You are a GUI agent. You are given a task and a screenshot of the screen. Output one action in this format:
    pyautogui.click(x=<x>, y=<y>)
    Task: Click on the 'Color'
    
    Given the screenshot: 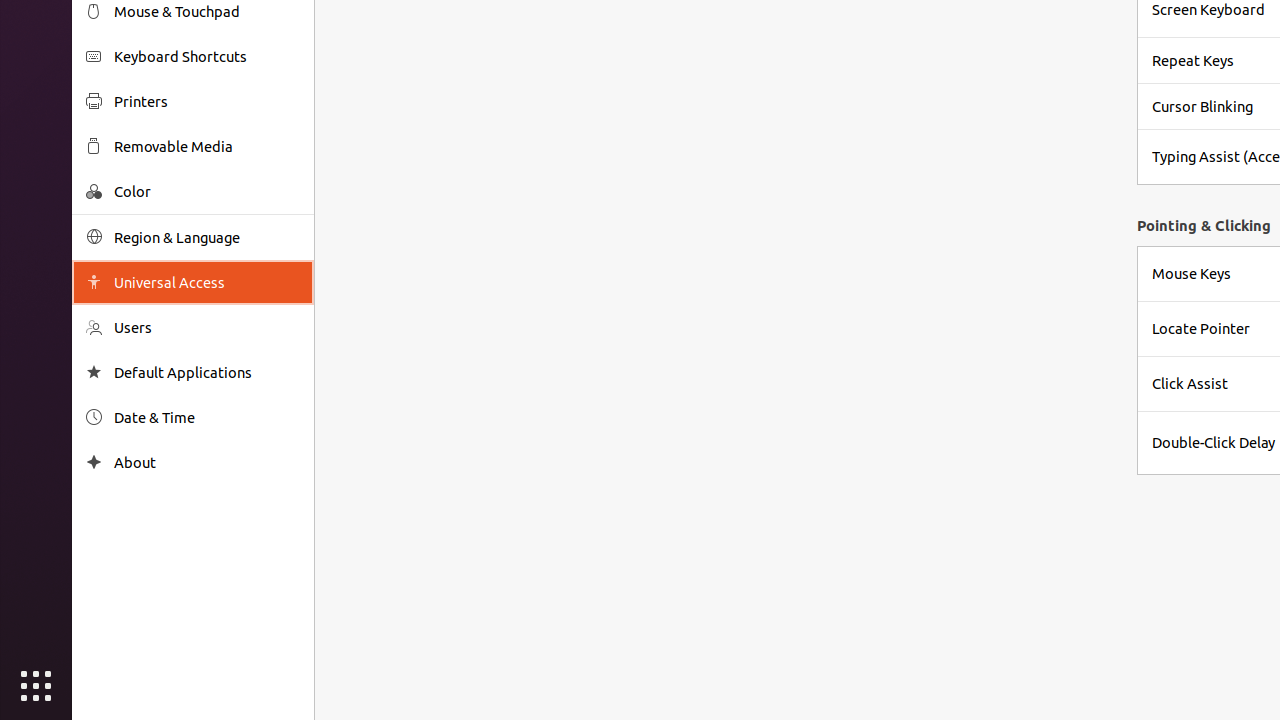 What is the action you would take?
    pyautogui.click(x=206, y=191)
    